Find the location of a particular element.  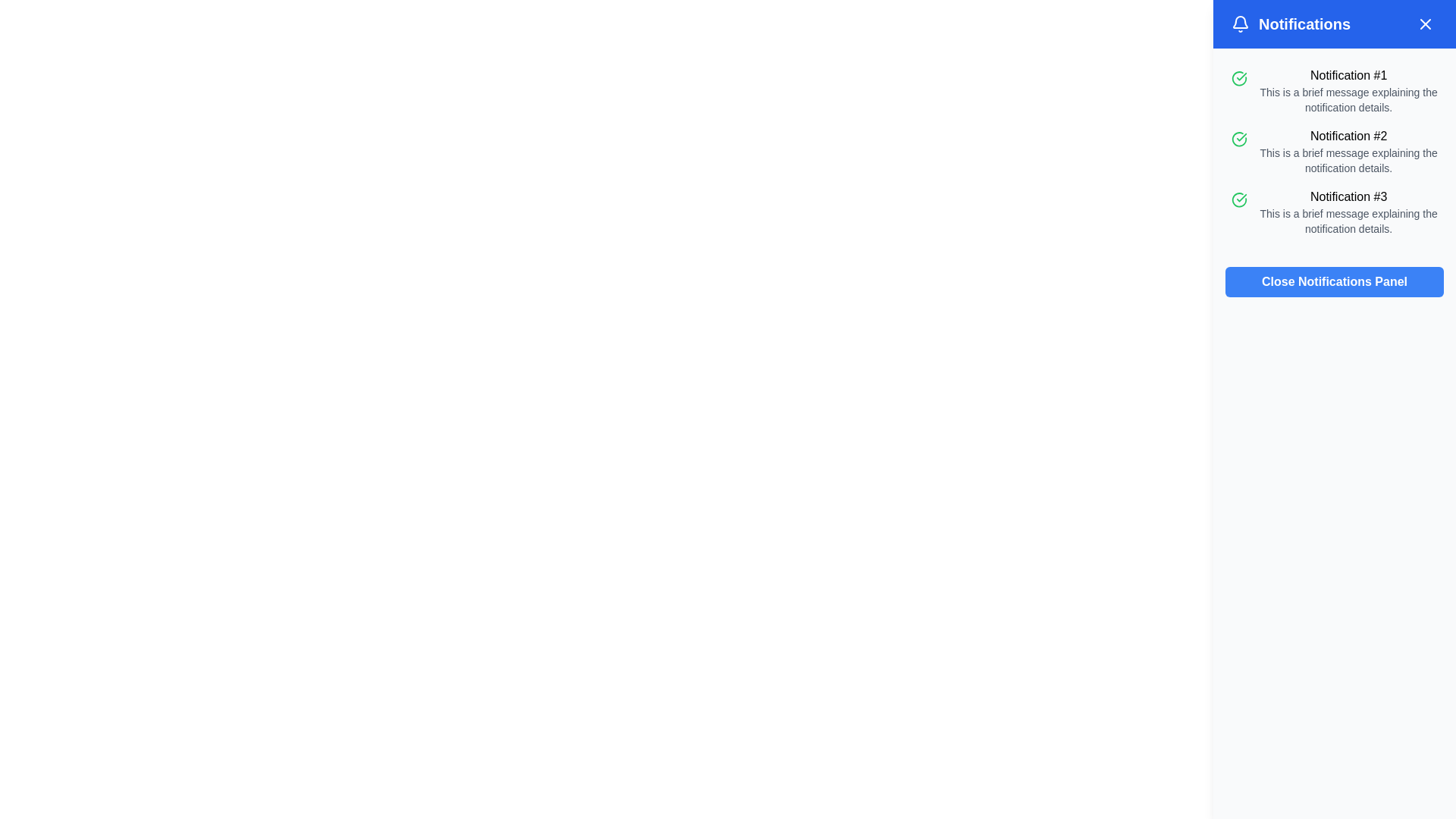

the notification entry at the top of the notifications panel is located at coordinates (1335, 90).